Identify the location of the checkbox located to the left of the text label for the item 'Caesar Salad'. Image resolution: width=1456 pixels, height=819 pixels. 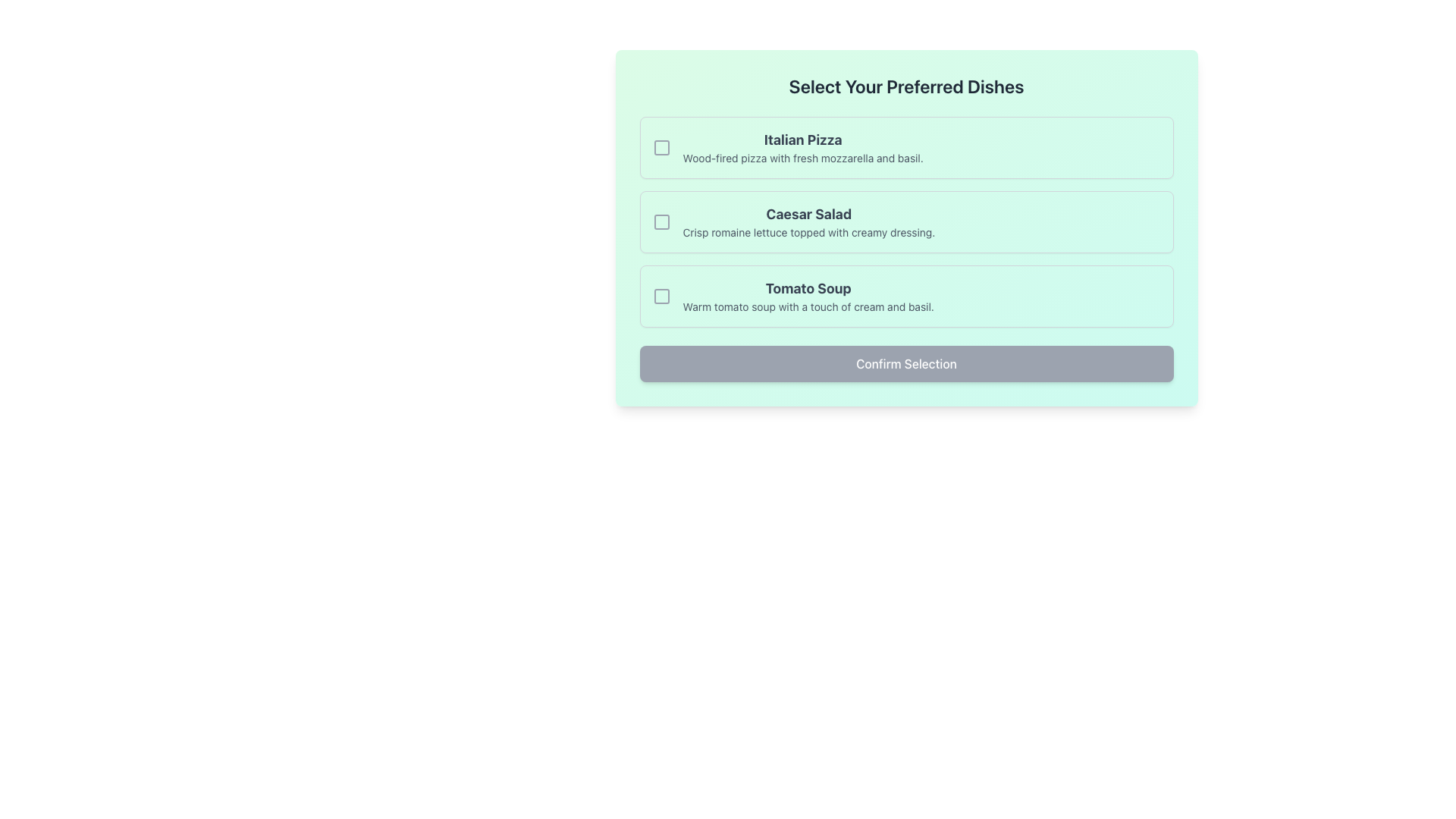
(661, 222).